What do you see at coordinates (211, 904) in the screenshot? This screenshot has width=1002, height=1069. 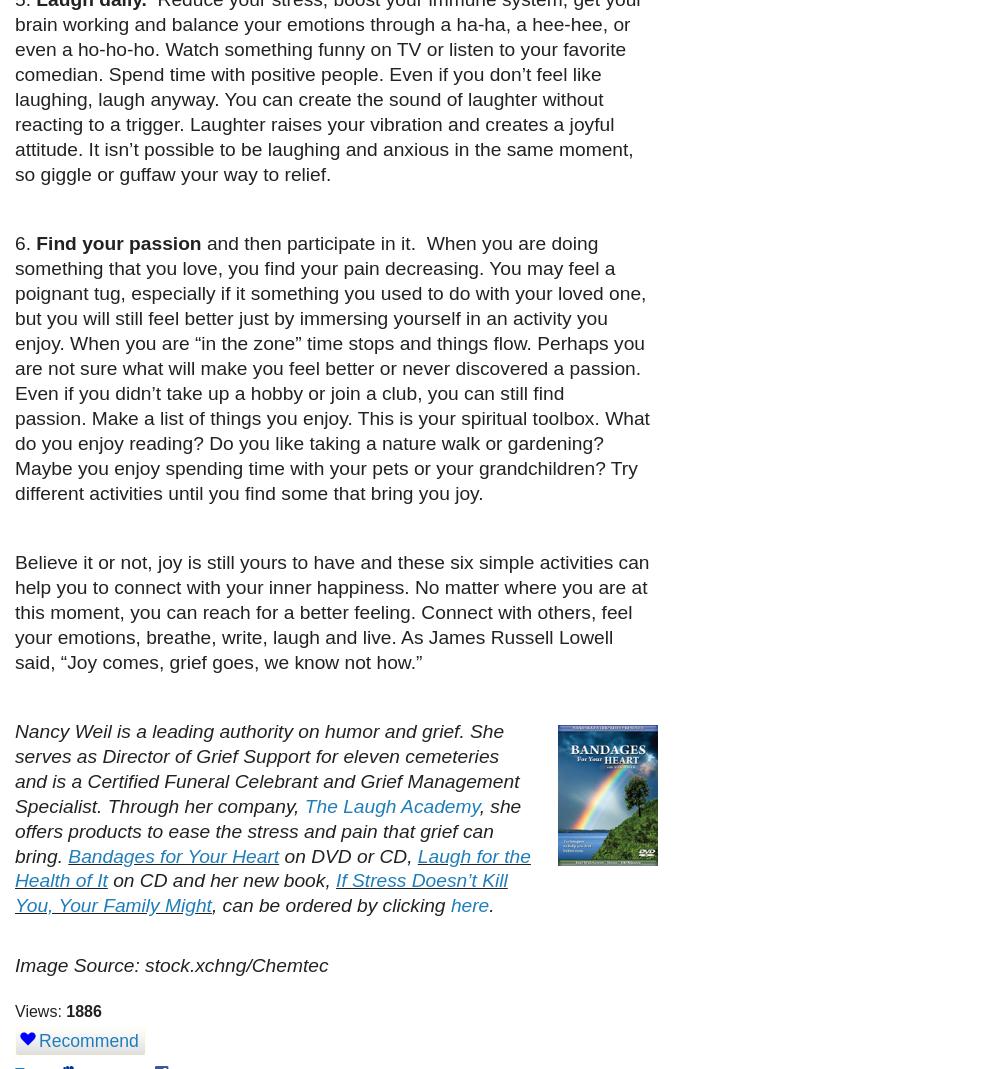 I see `', can be ordered by clicking'` at bounding box center [211, 904].